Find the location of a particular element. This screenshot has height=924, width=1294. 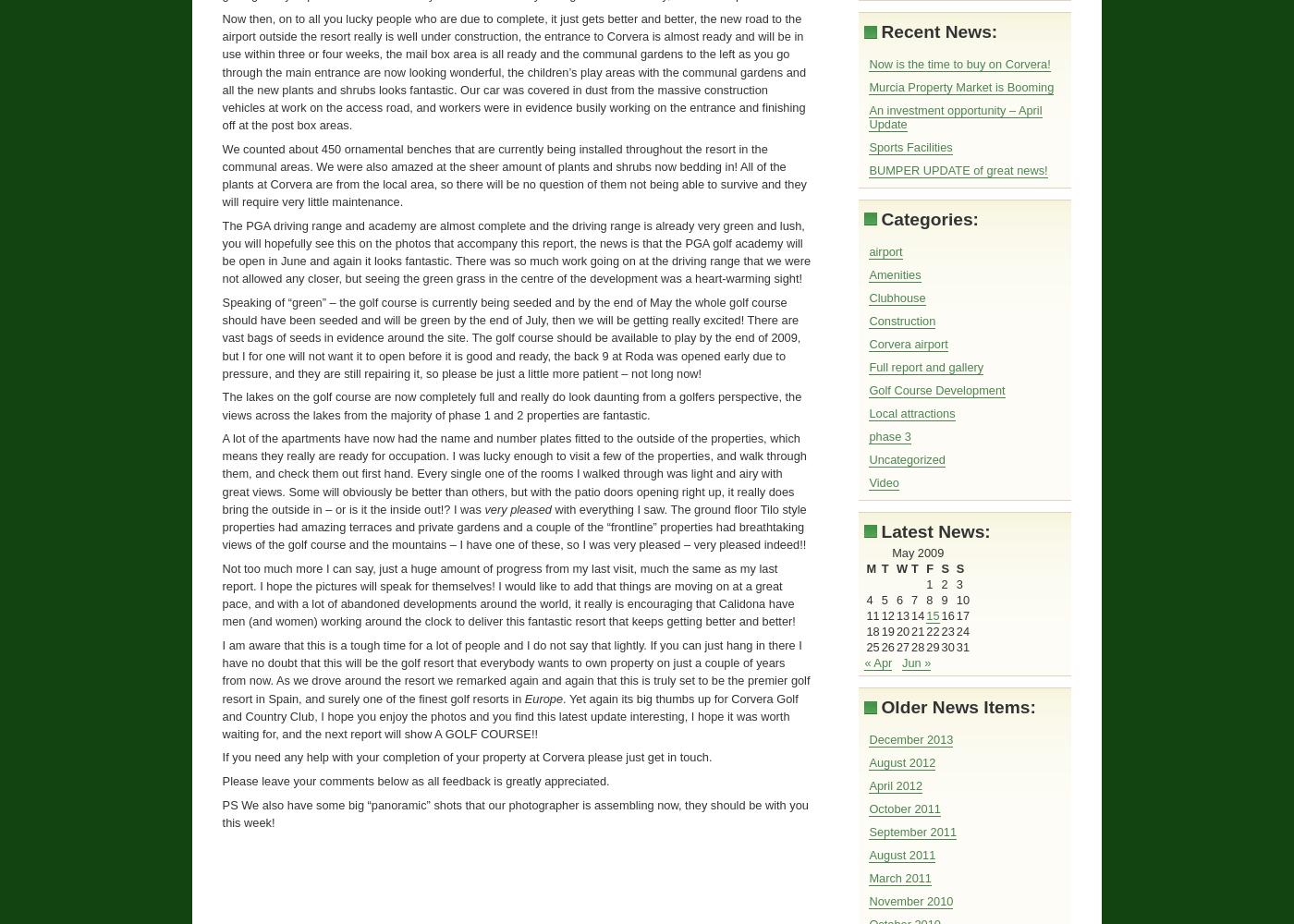

'20' is located at coordinates (902, 631).